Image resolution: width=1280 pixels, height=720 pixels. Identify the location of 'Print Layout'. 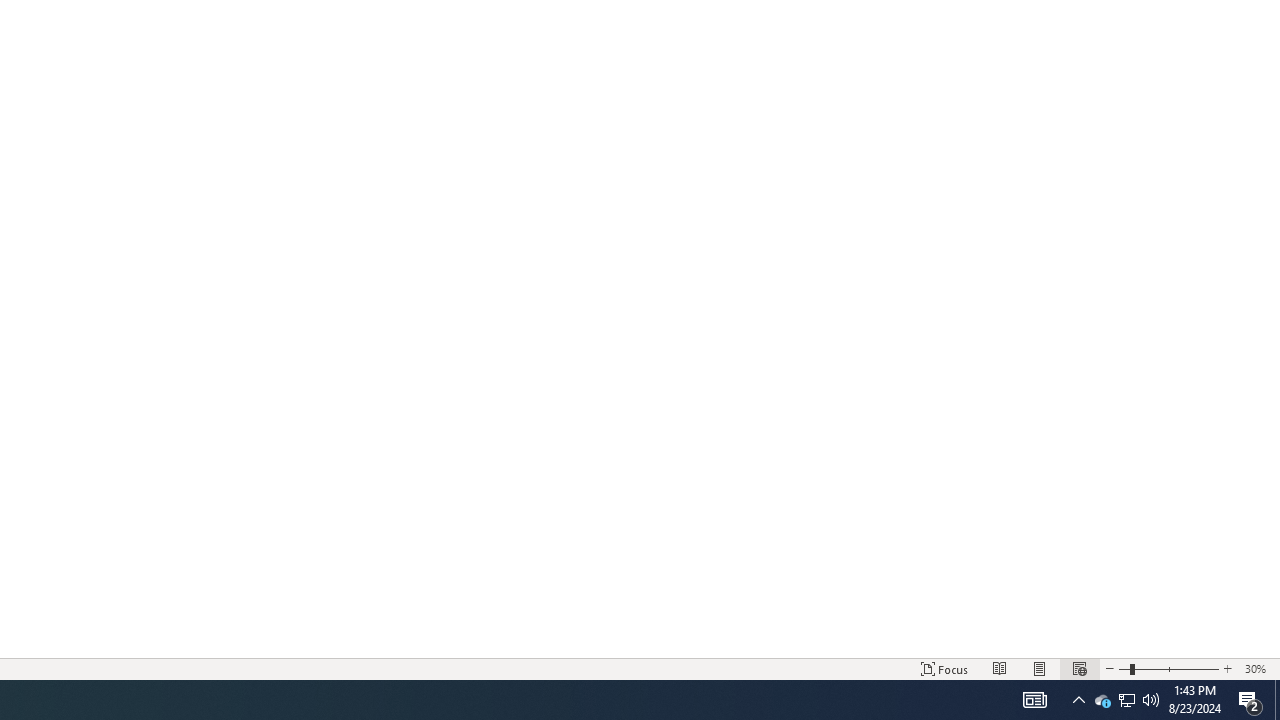
(1040, 669).